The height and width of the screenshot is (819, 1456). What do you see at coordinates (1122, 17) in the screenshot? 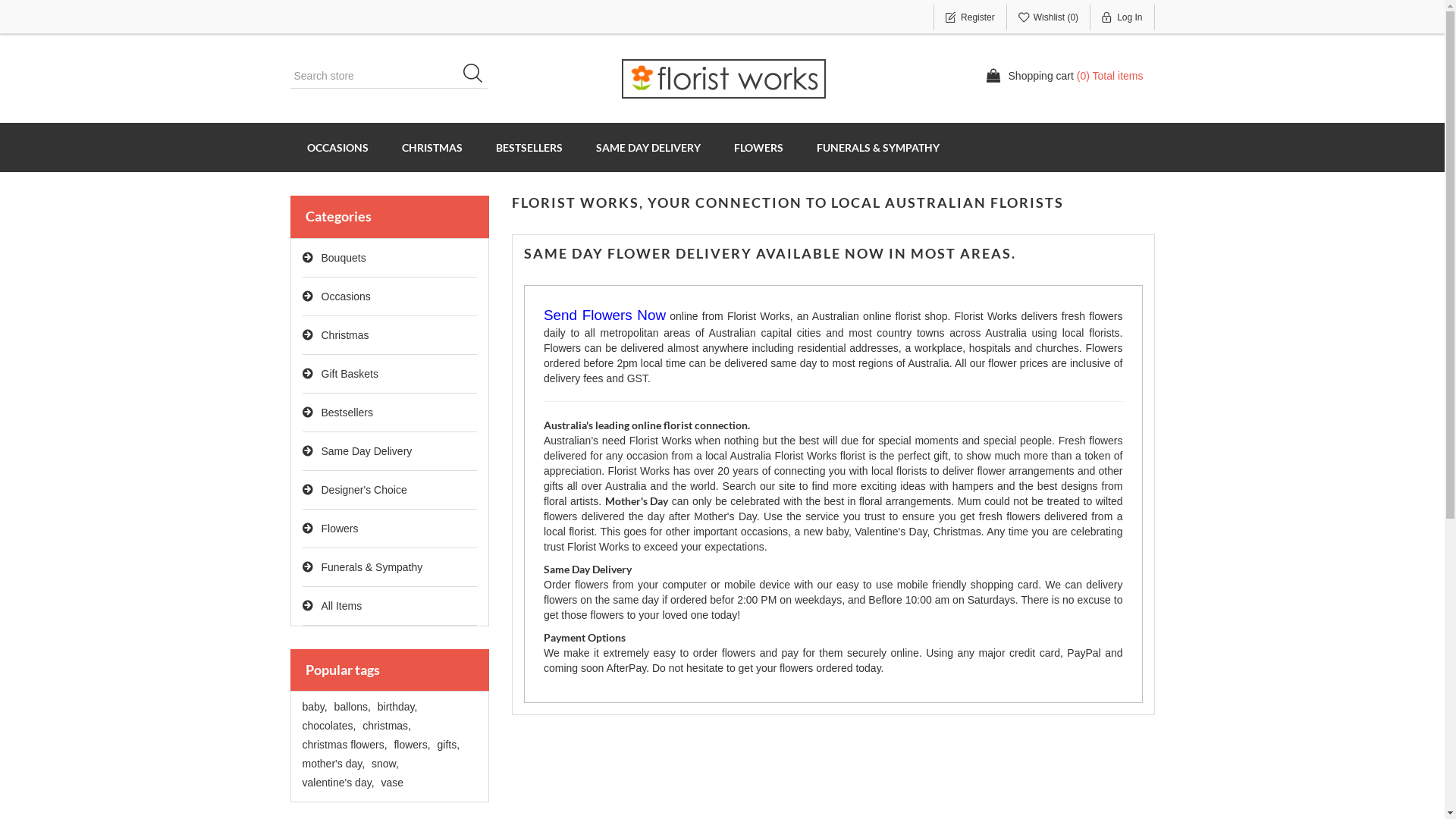
I see `'Log In'` at bounding box center [1122, 17].